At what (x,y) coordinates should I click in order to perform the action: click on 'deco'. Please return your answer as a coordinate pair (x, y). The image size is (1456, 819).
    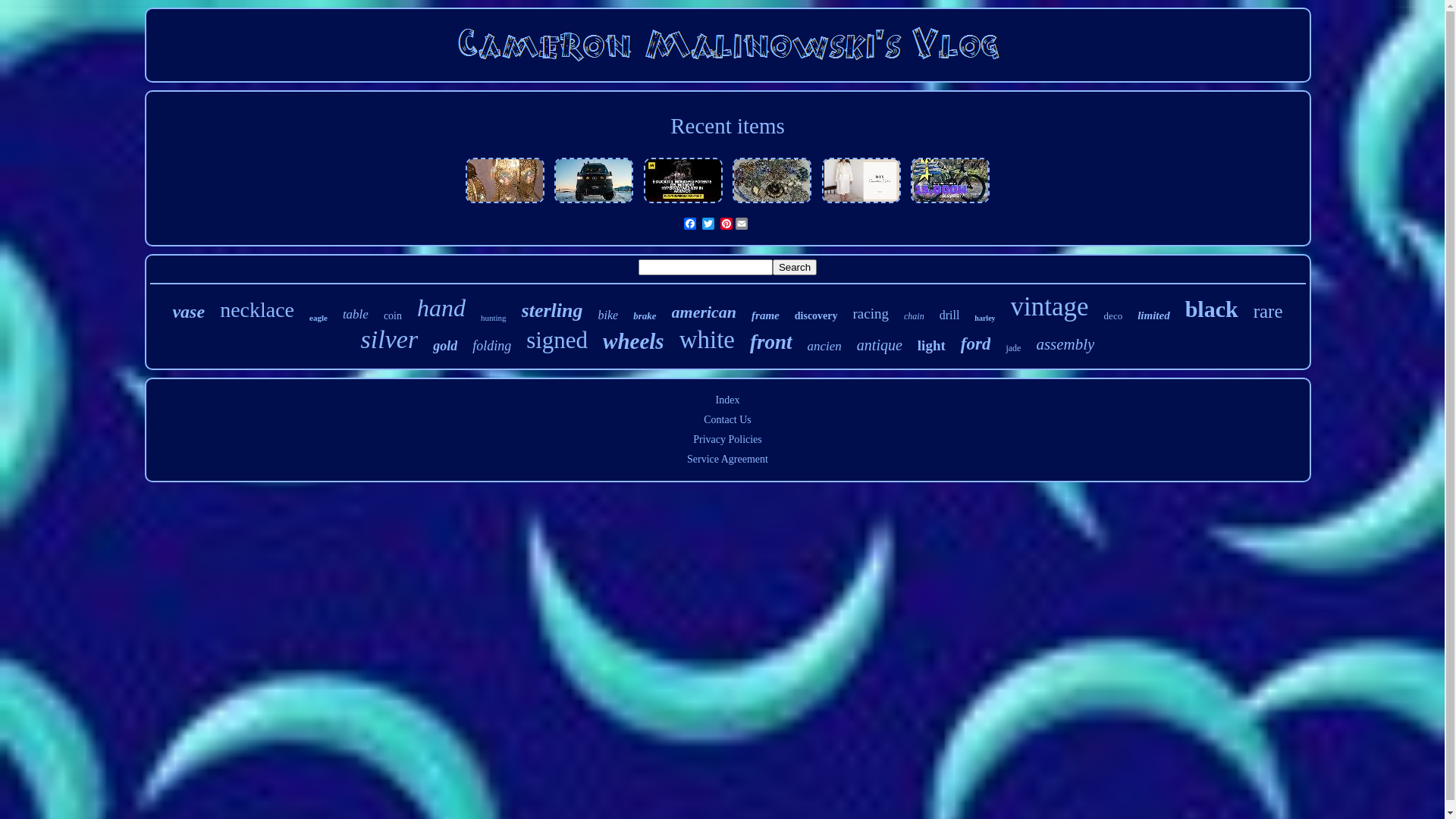
    Looking at the image, I should click on (1103, 315).